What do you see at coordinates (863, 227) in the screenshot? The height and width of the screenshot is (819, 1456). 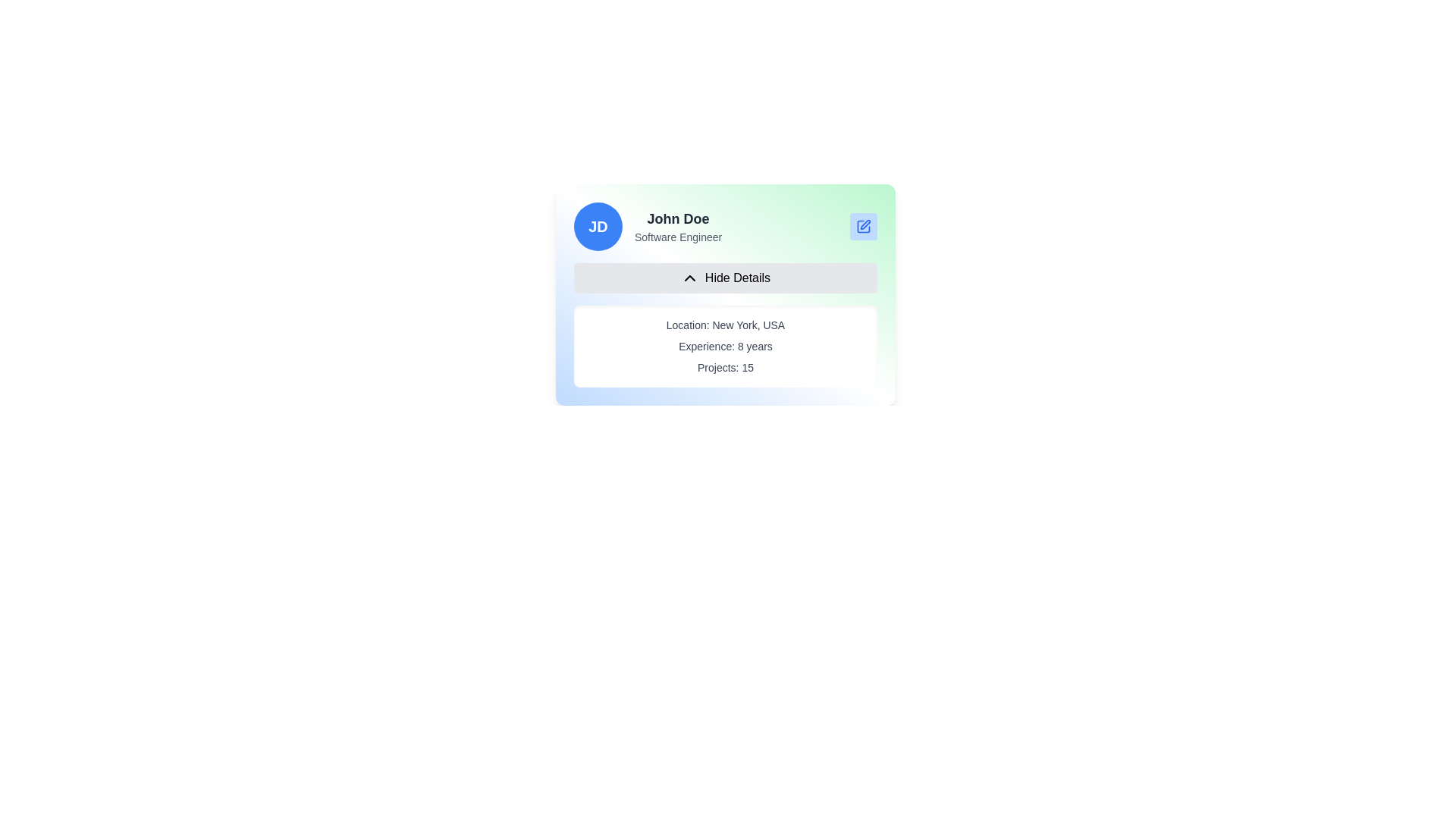 I see `the edit button with a pen icon located at the far right side of the user information card` at bounding box center [863, 227].